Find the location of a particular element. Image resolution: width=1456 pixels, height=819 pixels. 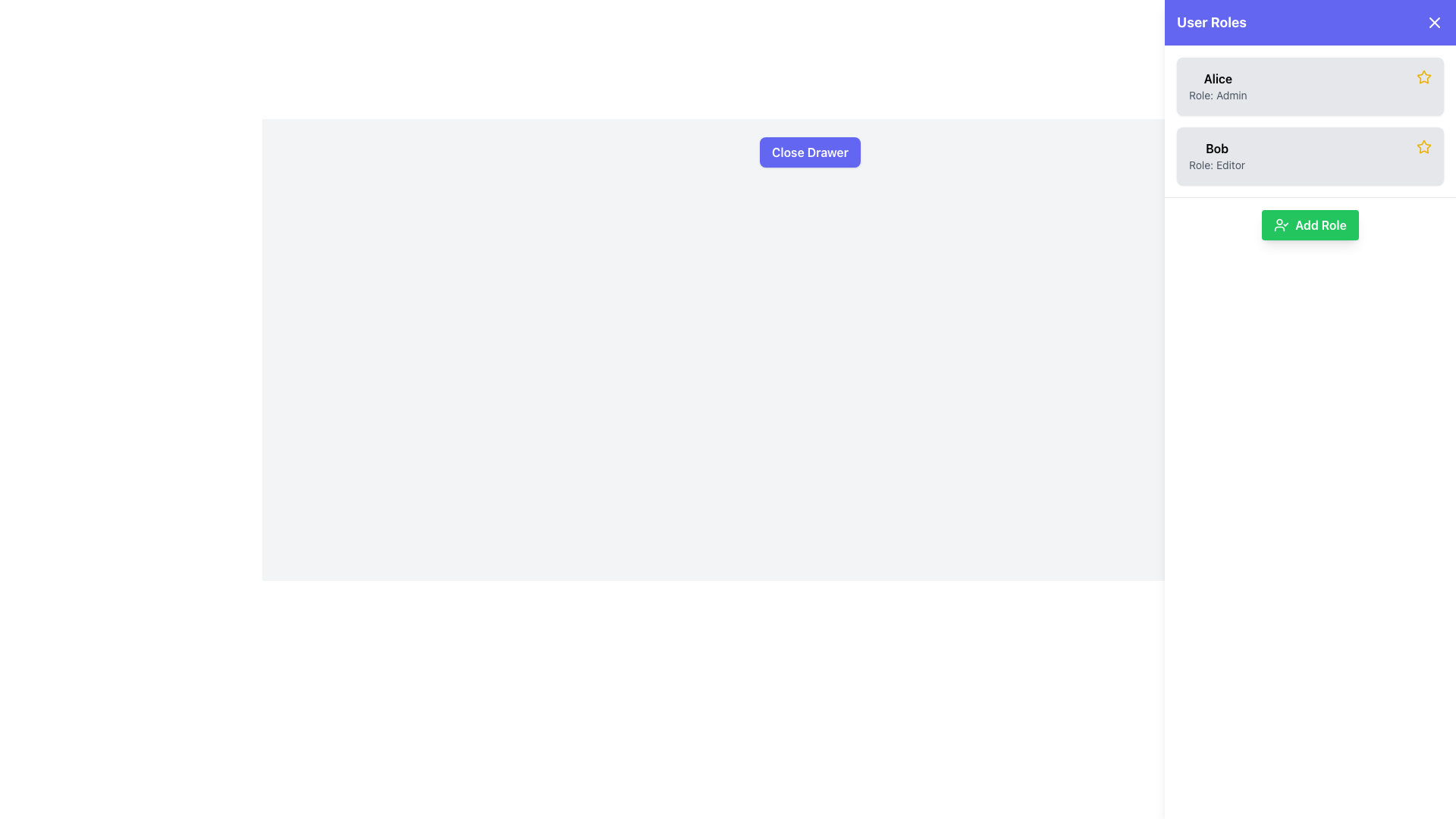

the text element displaying the name 'Bob' in the user roles panel, which is located above 'Role: Editor' and below 'Alice' is located at coordinates (1216, 149).